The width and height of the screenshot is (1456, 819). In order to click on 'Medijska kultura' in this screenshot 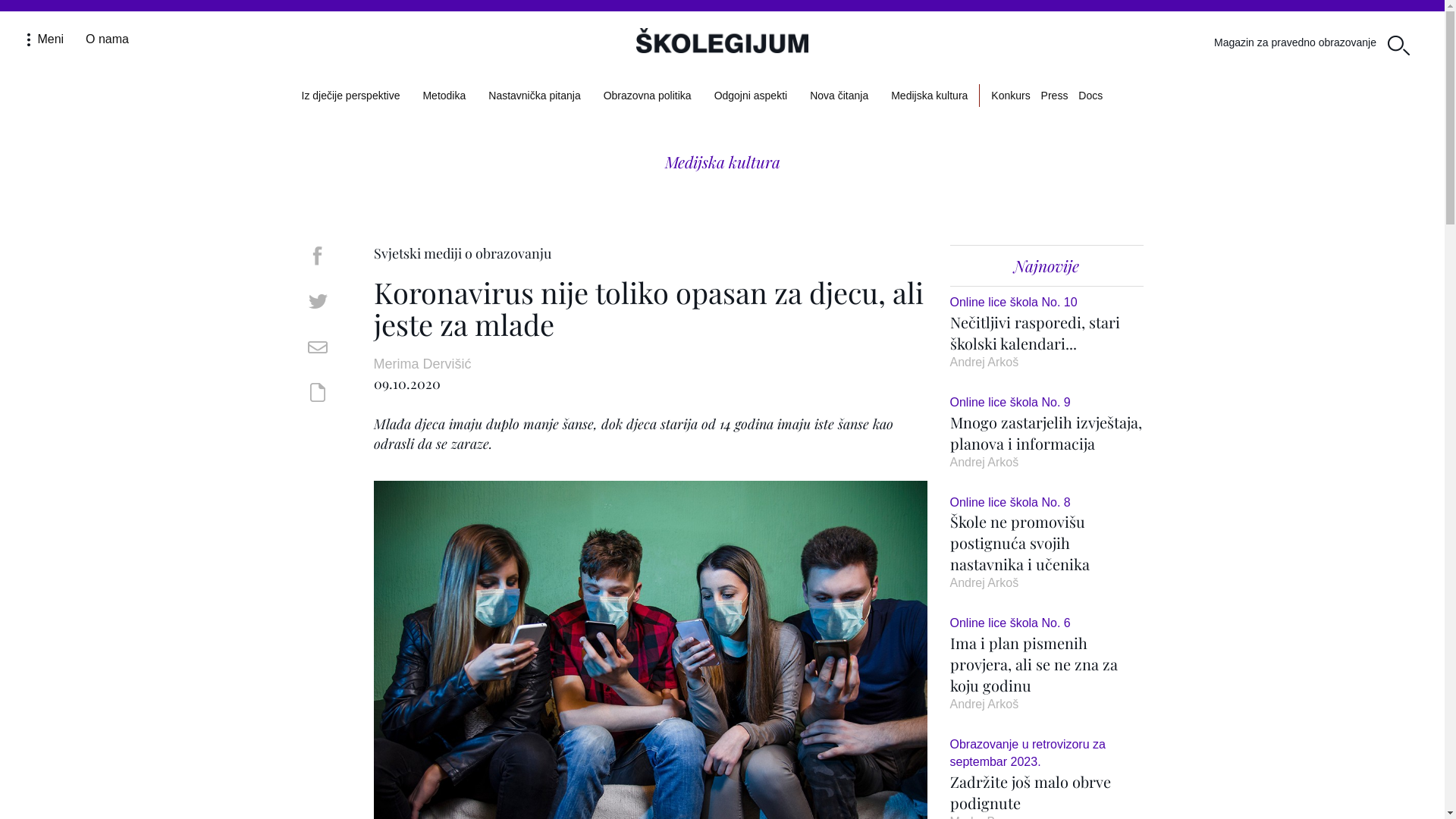, I will do `click(928, 96)`.